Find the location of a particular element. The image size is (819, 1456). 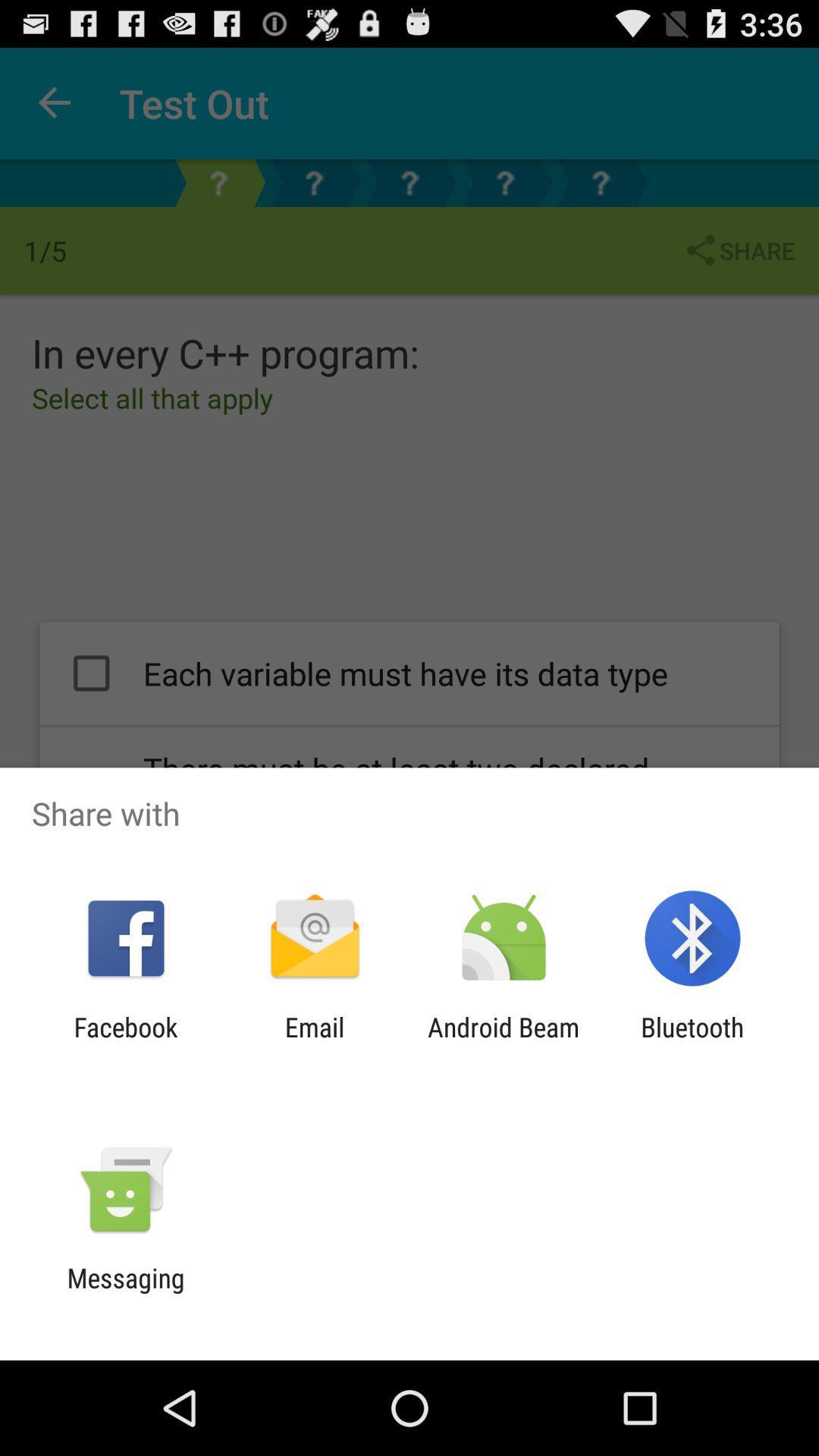

icon to the left of the bluetooth icon is located at coordinates (504, 1042).